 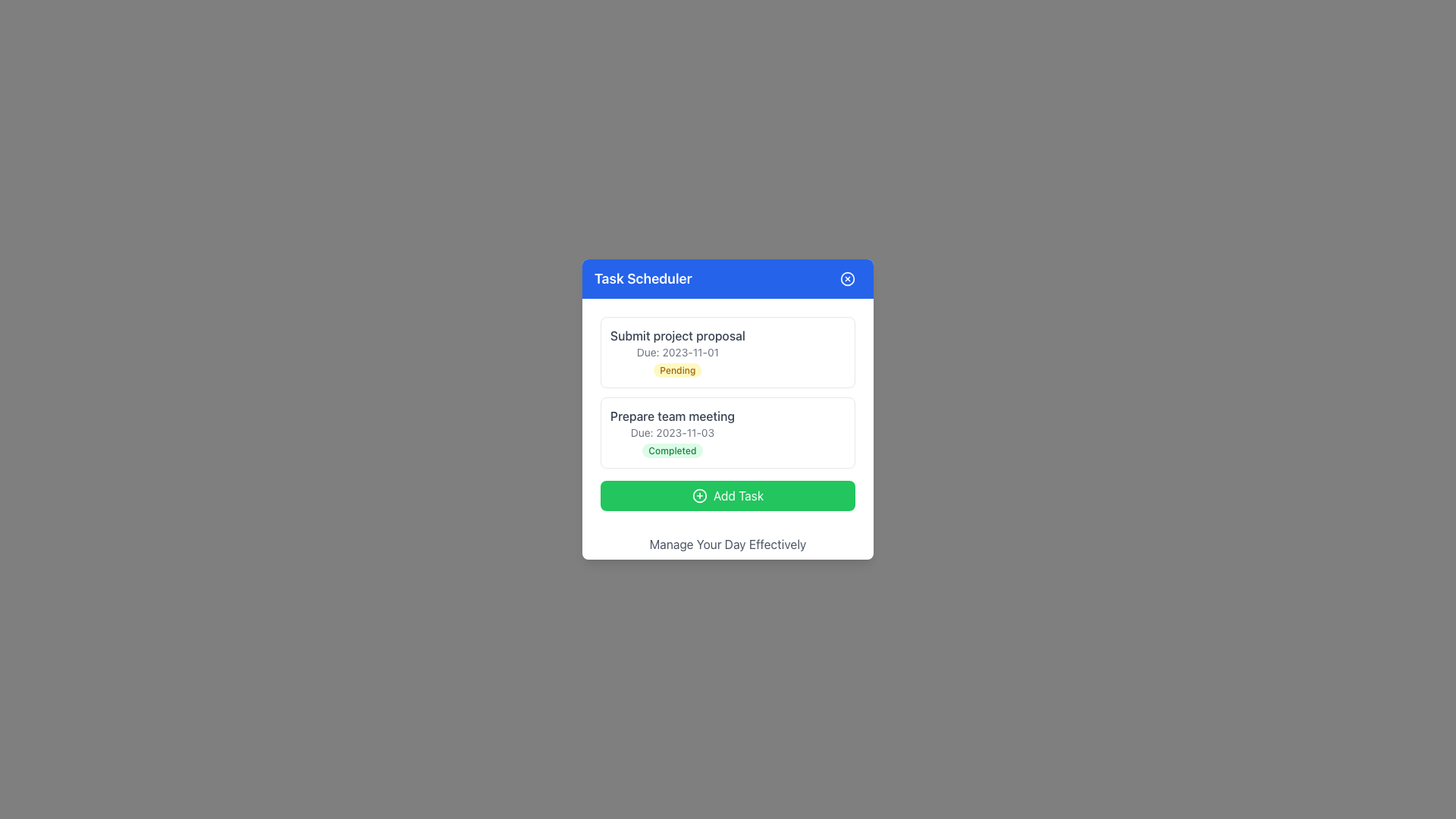 I want to click on the label indicating the due date for the associated task, located below the 'Prepare team meeting' text and above the 'Completed' badge, so click(x=672, y=432).